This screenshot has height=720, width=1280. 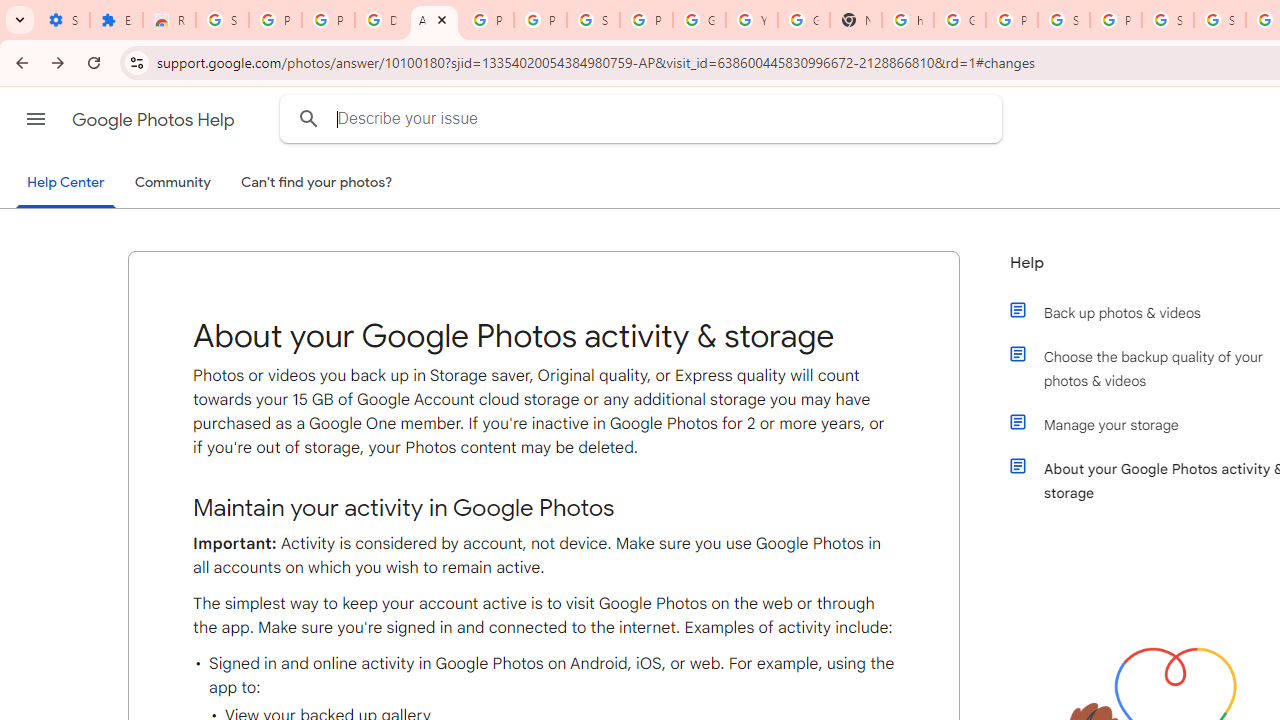 I want to click on 'Main menu', so click(x=35, y=119).